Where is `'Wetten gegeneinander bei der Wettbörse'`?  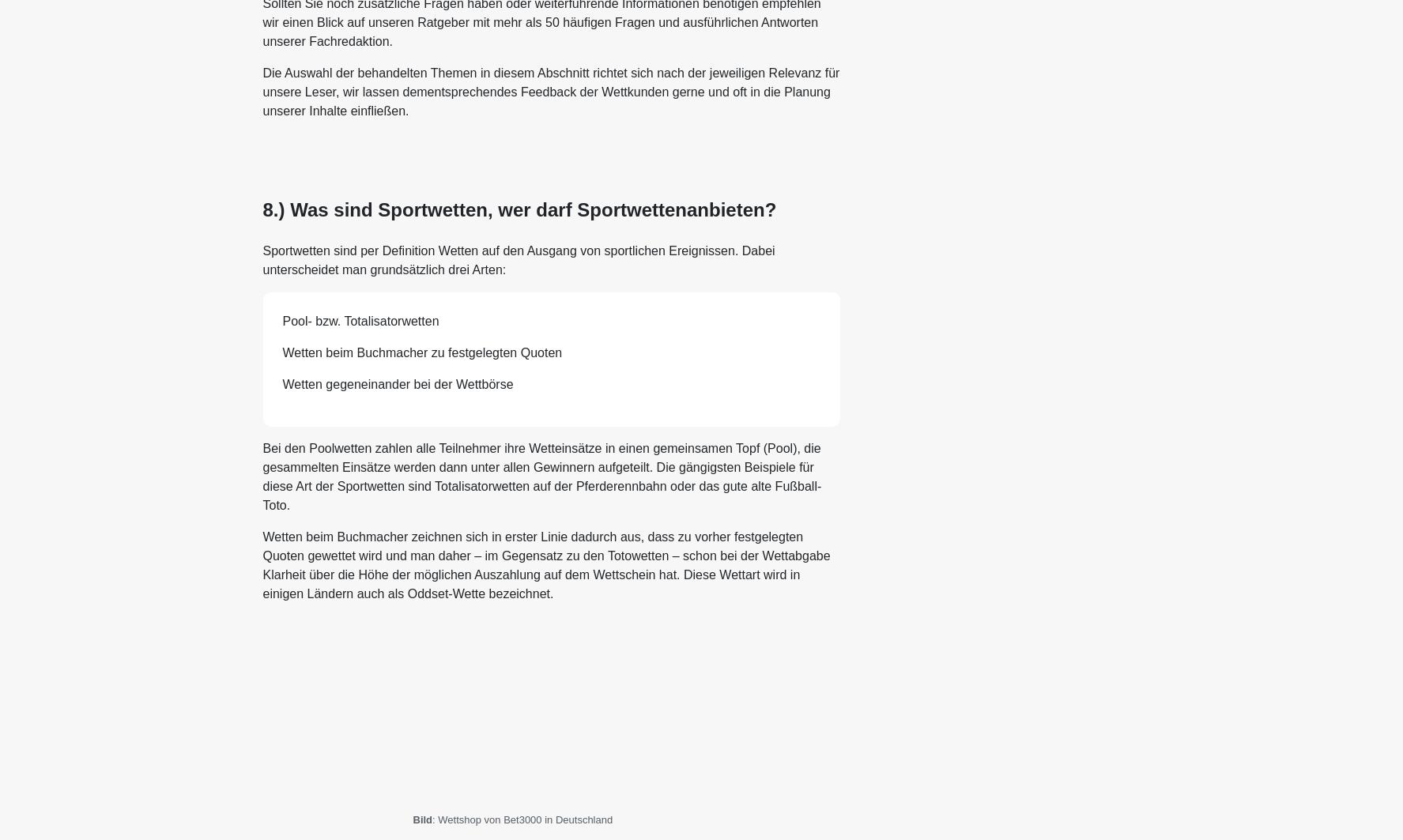 'Wetten gegeneinander bei der Wettbörse' is located at coordinates (281, 383).